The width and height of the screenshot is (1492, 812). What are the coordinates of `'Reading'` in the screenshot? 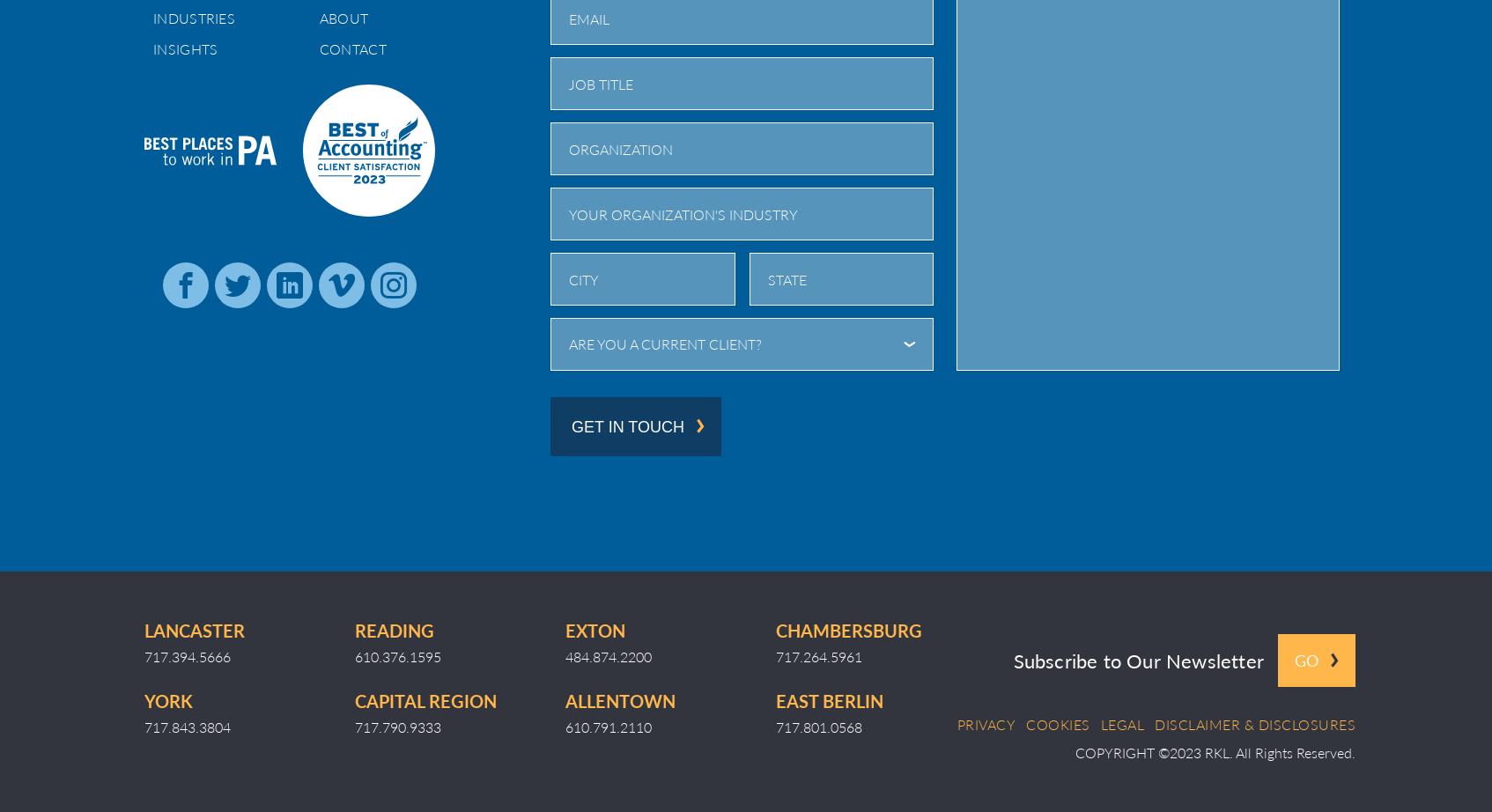 It's located at (395, 629).